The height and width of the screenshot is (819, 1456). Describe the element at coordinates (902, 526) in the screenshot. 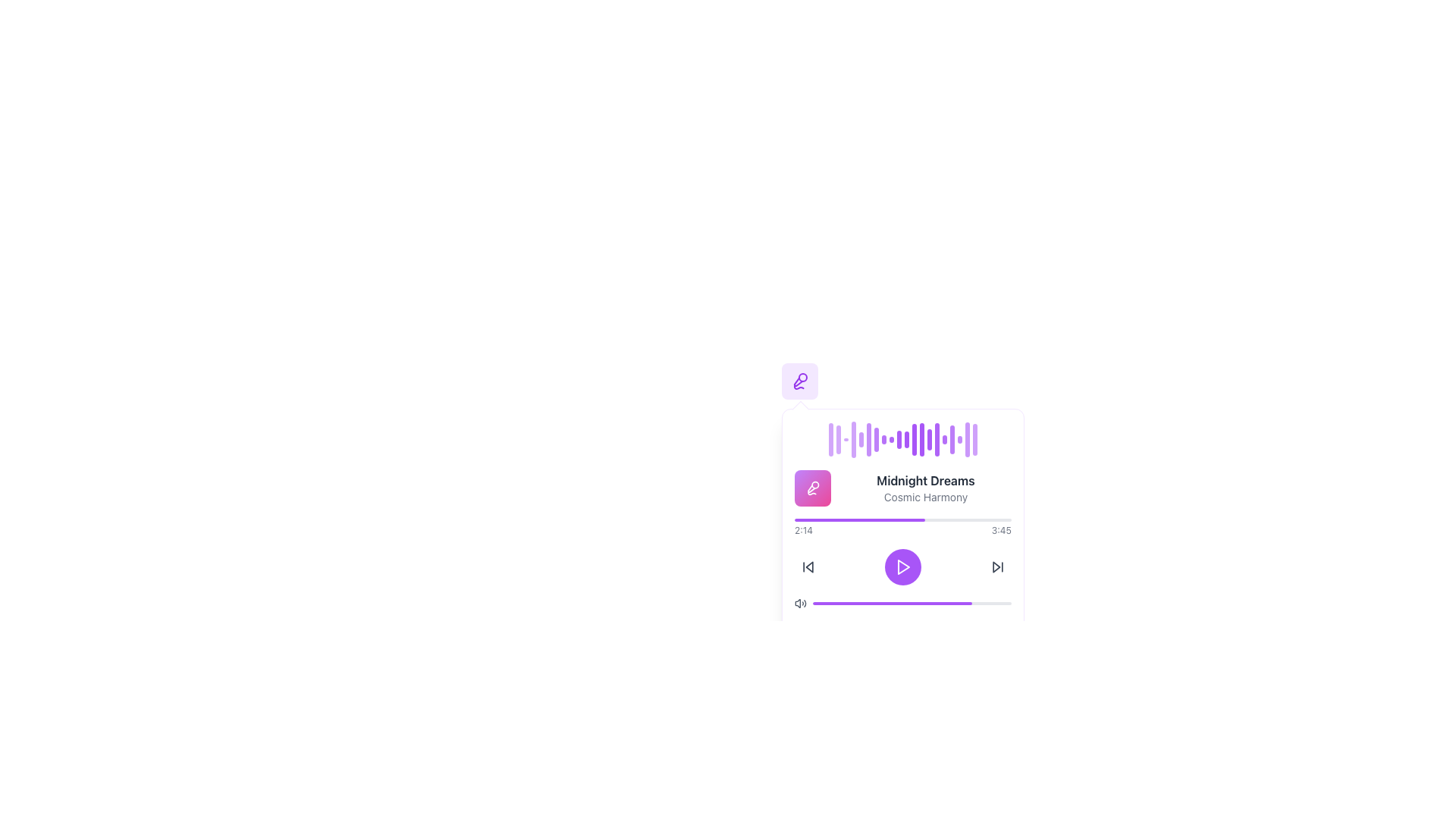

I see `the Progress Bar located centrally between the title and playback control buttons to move to a specific time` at that location.